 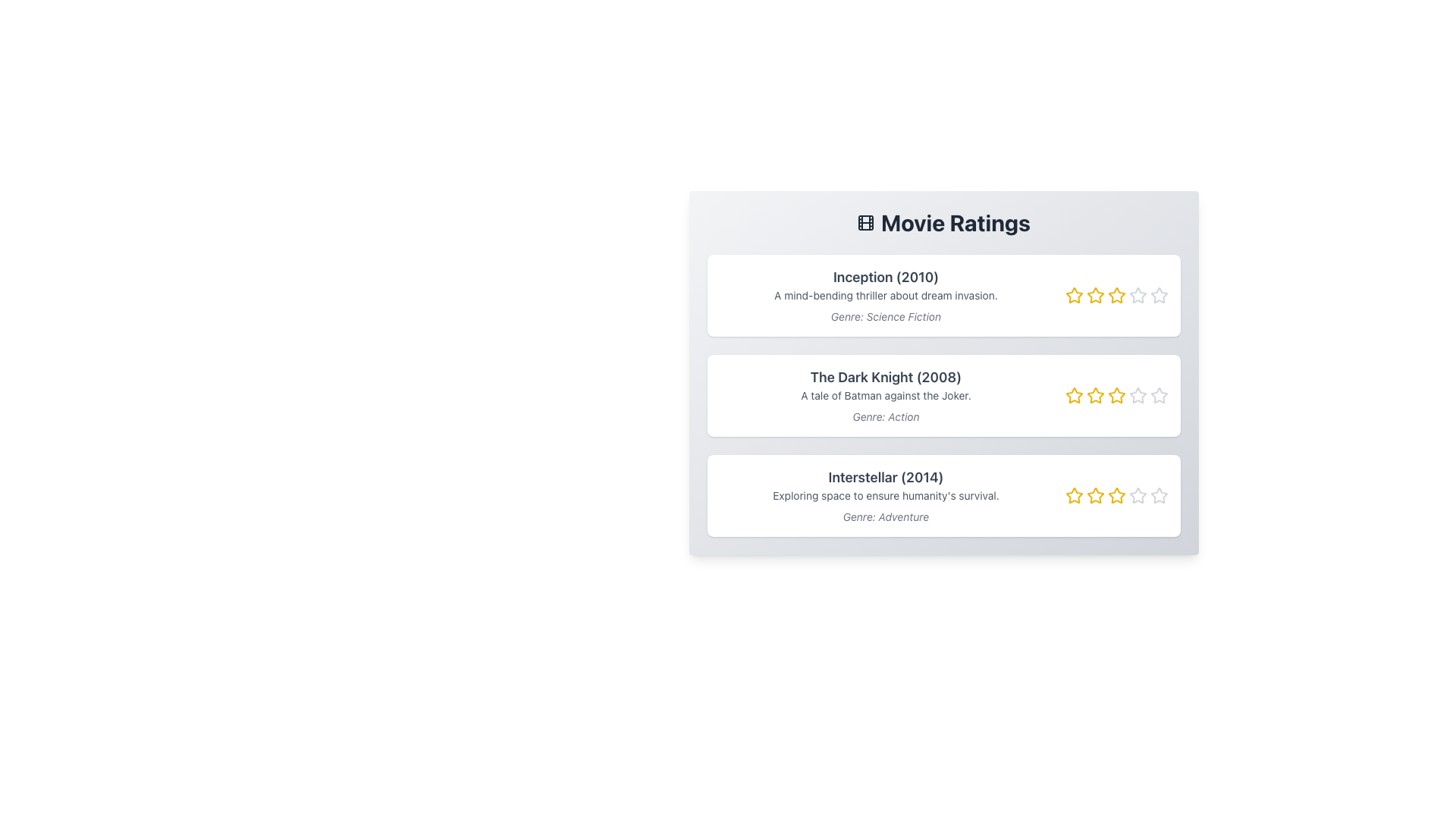 I want to click on the third yellow star in the rating system for the movie 'Inception (2010)', so click(x=1116, y=295).